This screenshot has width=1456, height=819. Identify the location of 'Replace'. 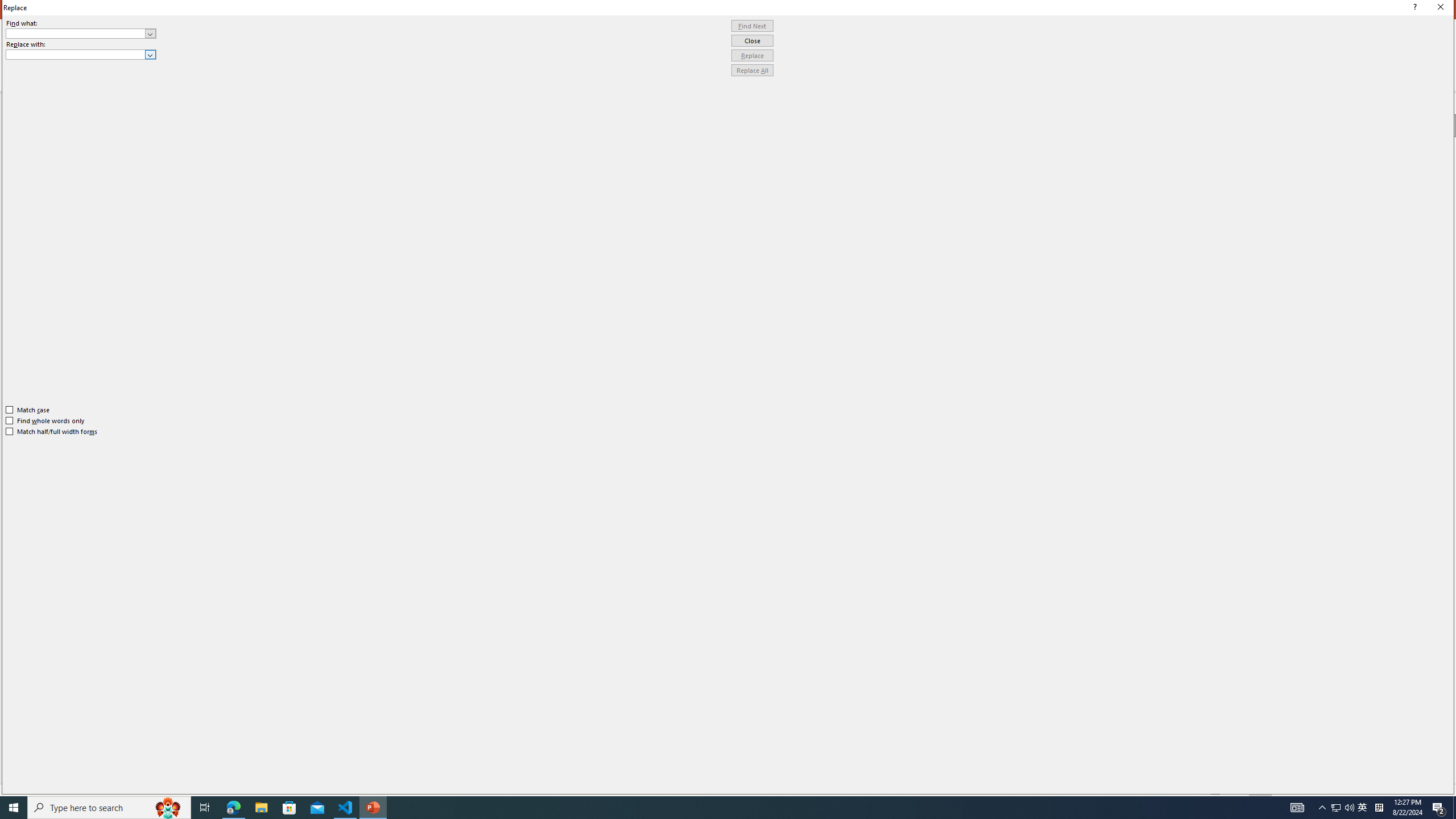
(752, 55).